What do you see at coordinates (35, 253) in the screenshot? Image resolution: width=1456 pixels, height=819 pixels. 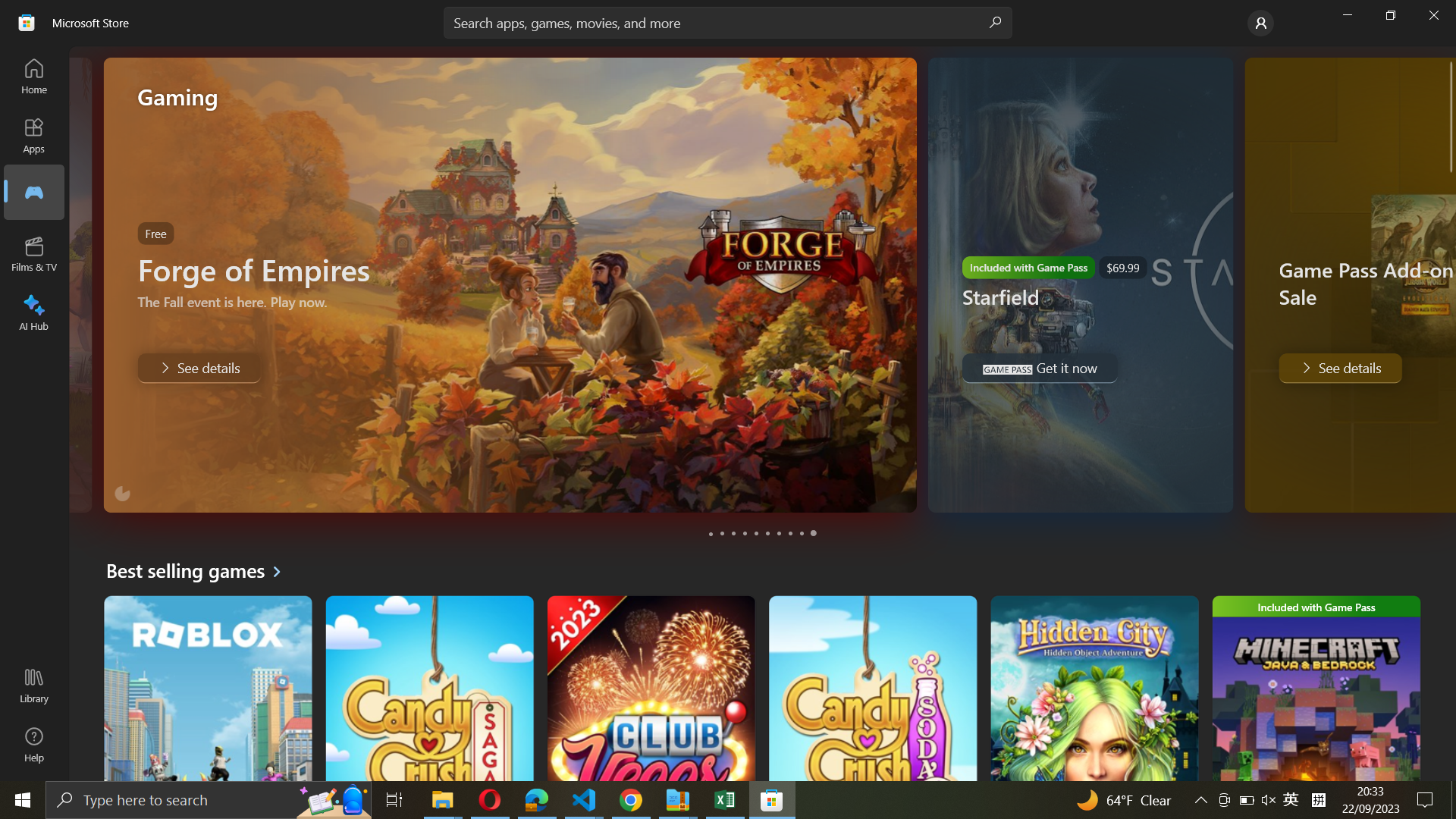 I see `Films & TV category` at bounding box center [35, 253].